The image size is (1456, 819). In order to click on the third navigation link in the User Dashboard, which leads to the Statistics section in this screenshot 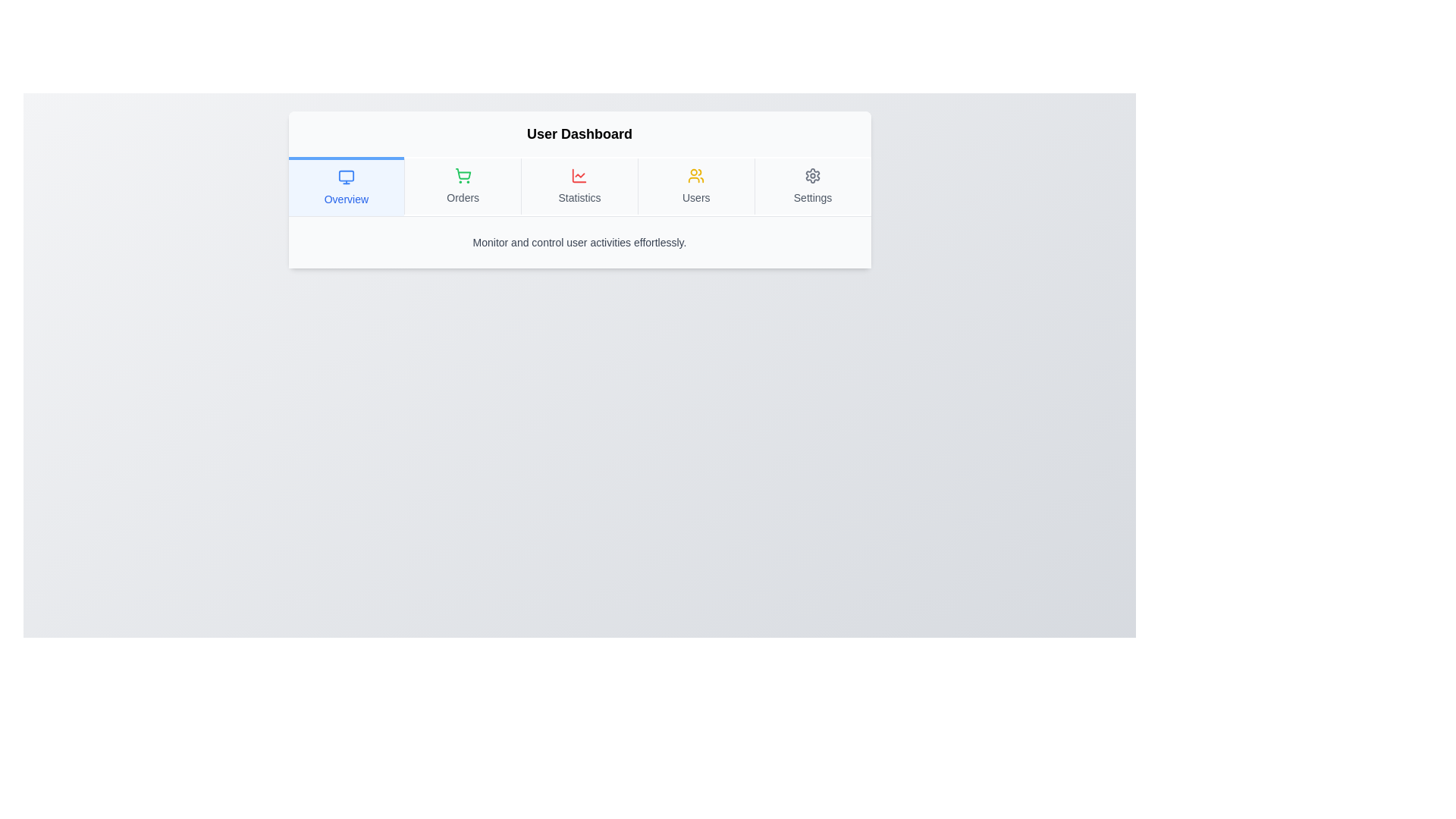, I will do `click(579, 189)`.